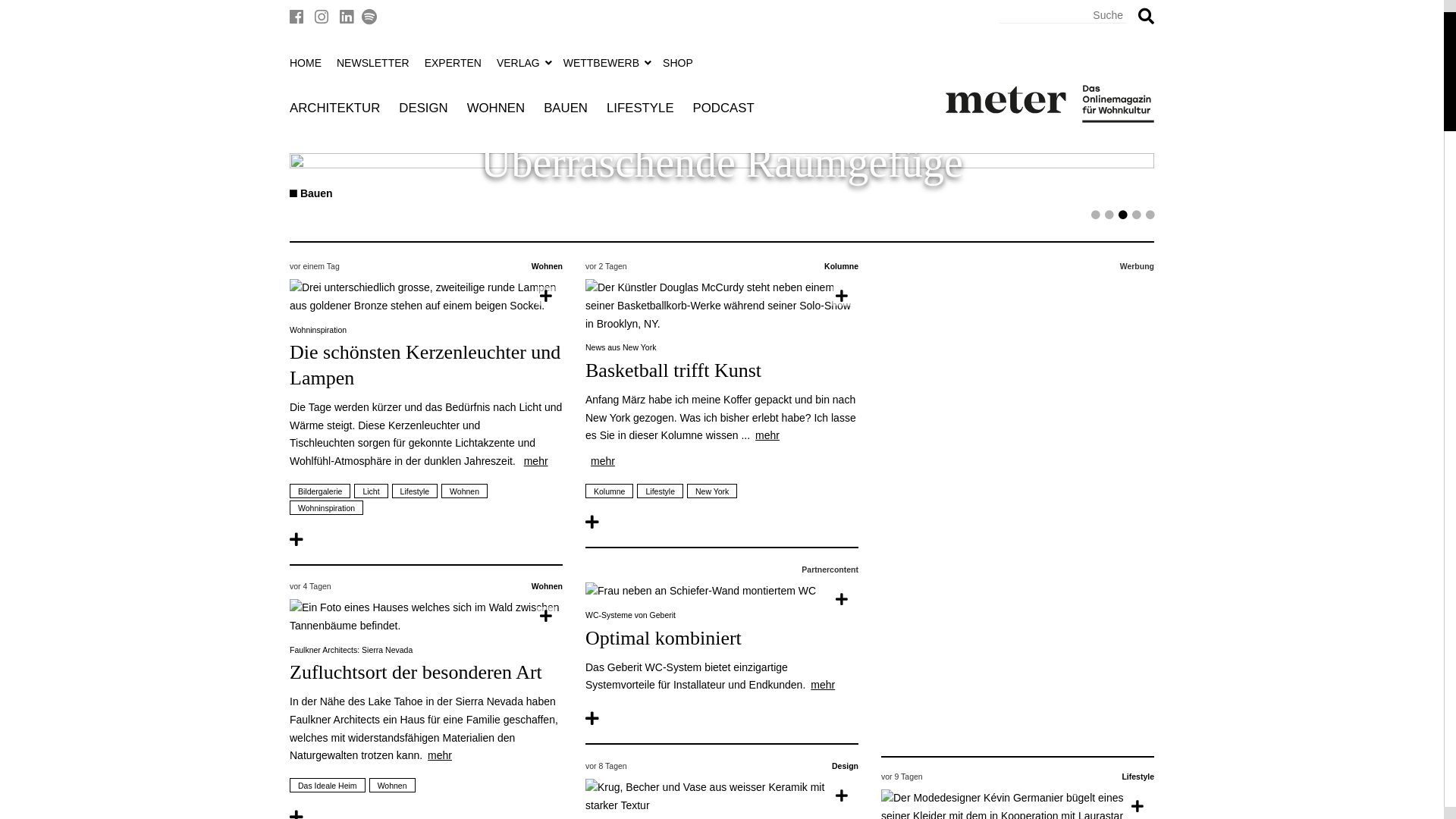 The width and height of the screenshot is (1456, 819). Describe the element at coordinates (454, 62) in the screenshot. I see `'EXPERTEN'` at that location.